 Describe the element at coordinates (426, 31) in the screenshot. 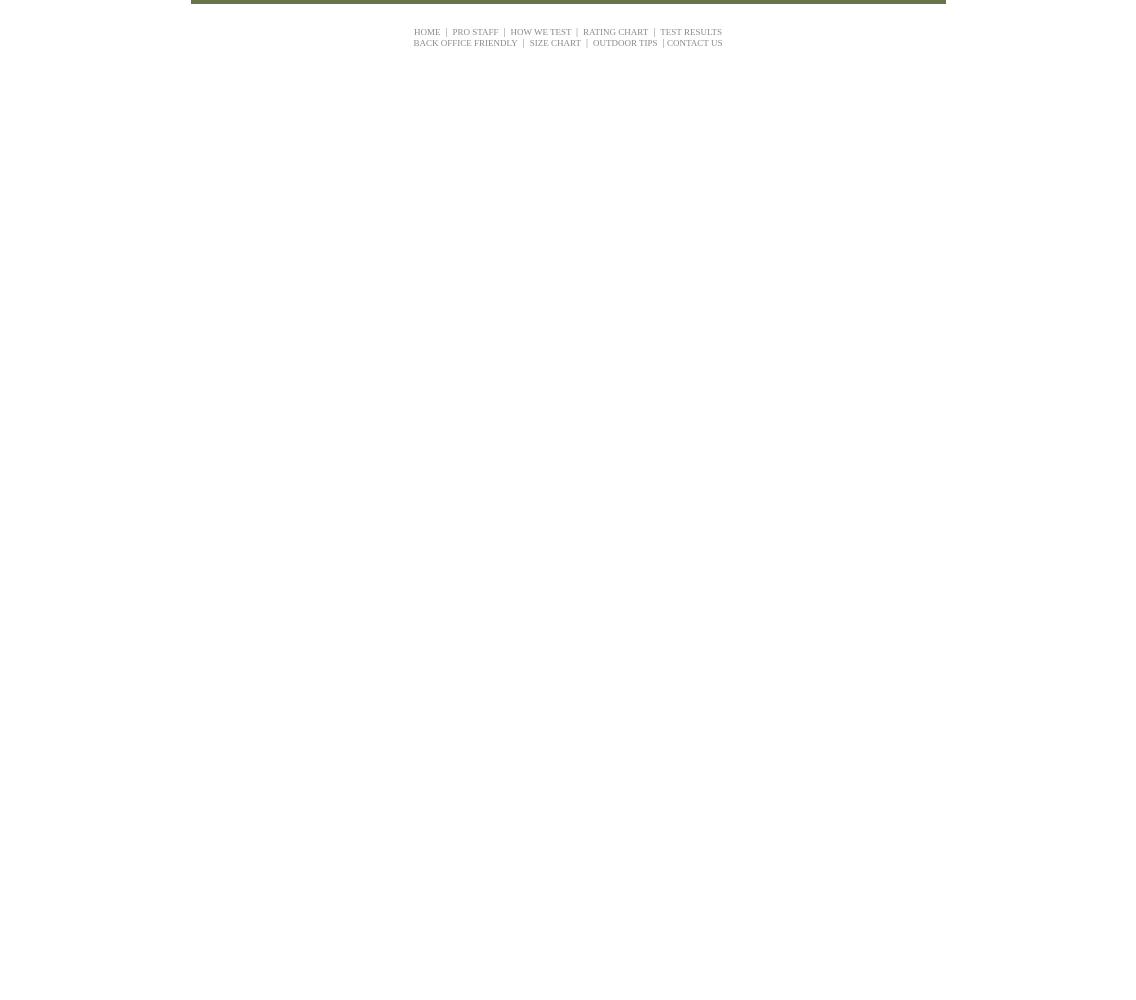

I see `'HOME'` at that location.